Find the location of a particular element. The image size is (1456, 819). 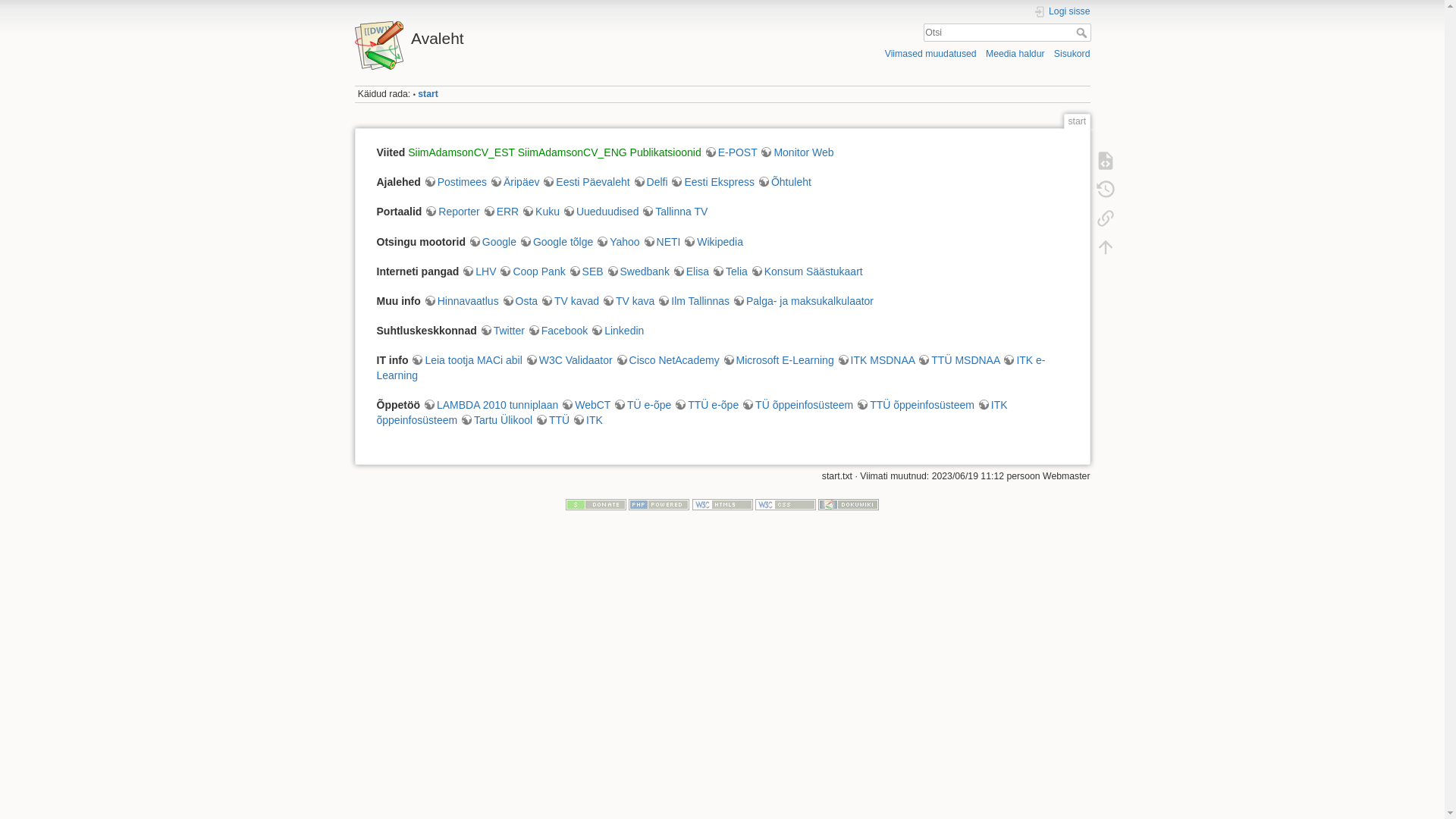

'Eelmised versioonid [o]' is located at coordinates (1105, 189).